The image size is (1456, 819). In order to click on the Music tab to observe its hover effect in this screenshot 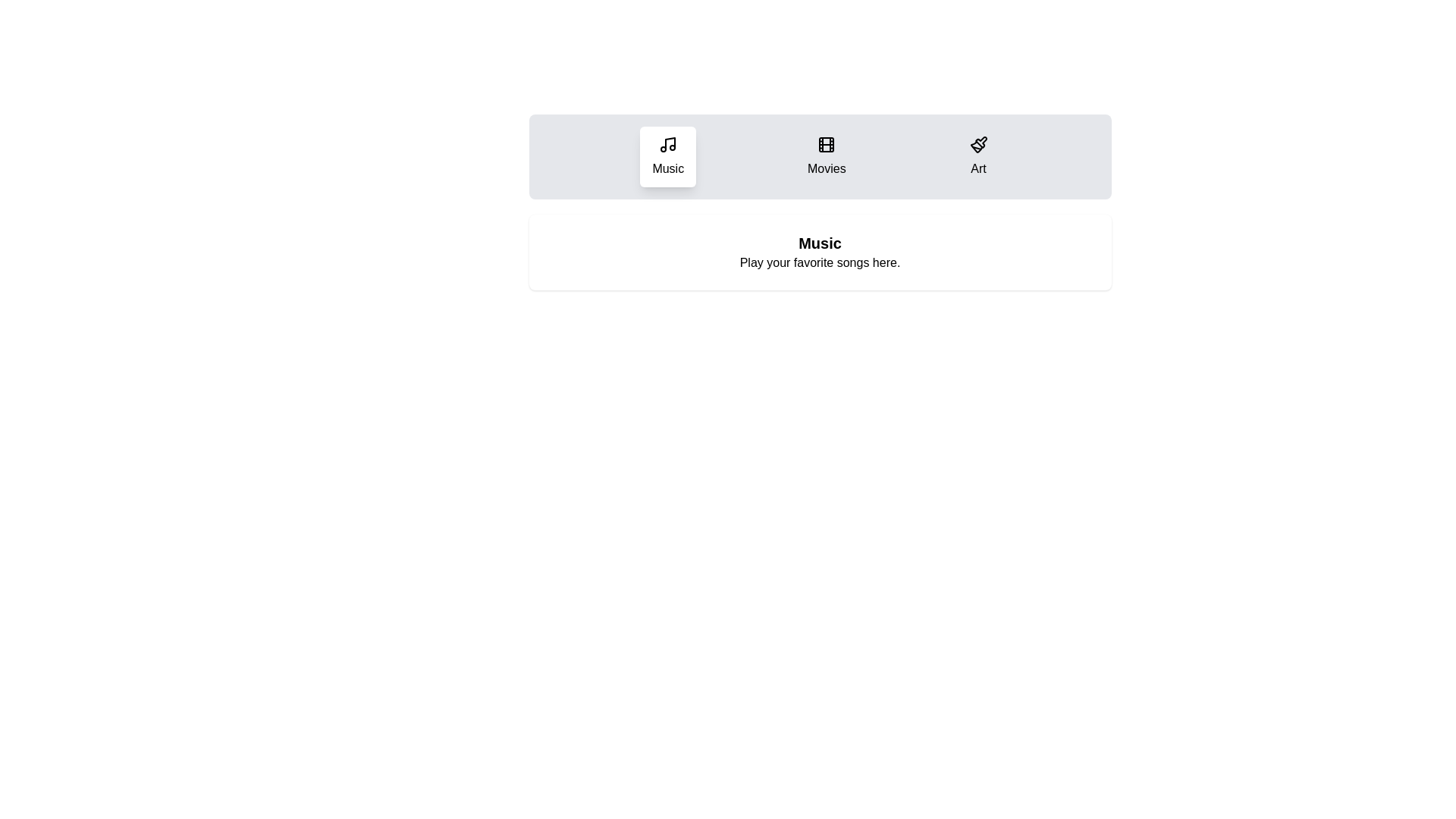, I will do `click(667, 157)`.